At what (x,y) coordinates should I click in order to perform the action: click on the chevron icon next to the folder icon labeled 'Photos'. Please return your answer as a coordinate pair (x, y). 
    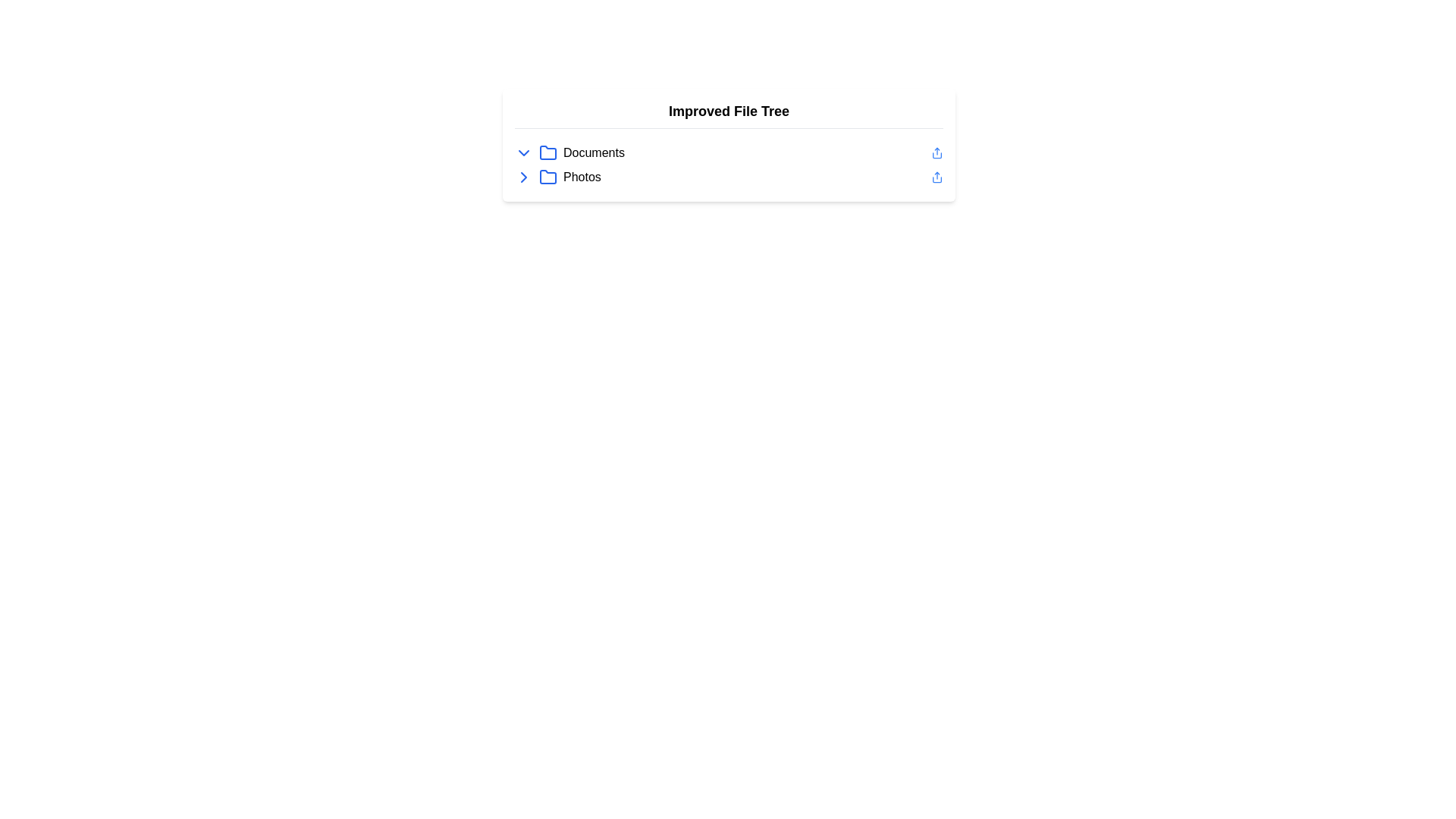
    Looking at the image, I should click on (535, 177).